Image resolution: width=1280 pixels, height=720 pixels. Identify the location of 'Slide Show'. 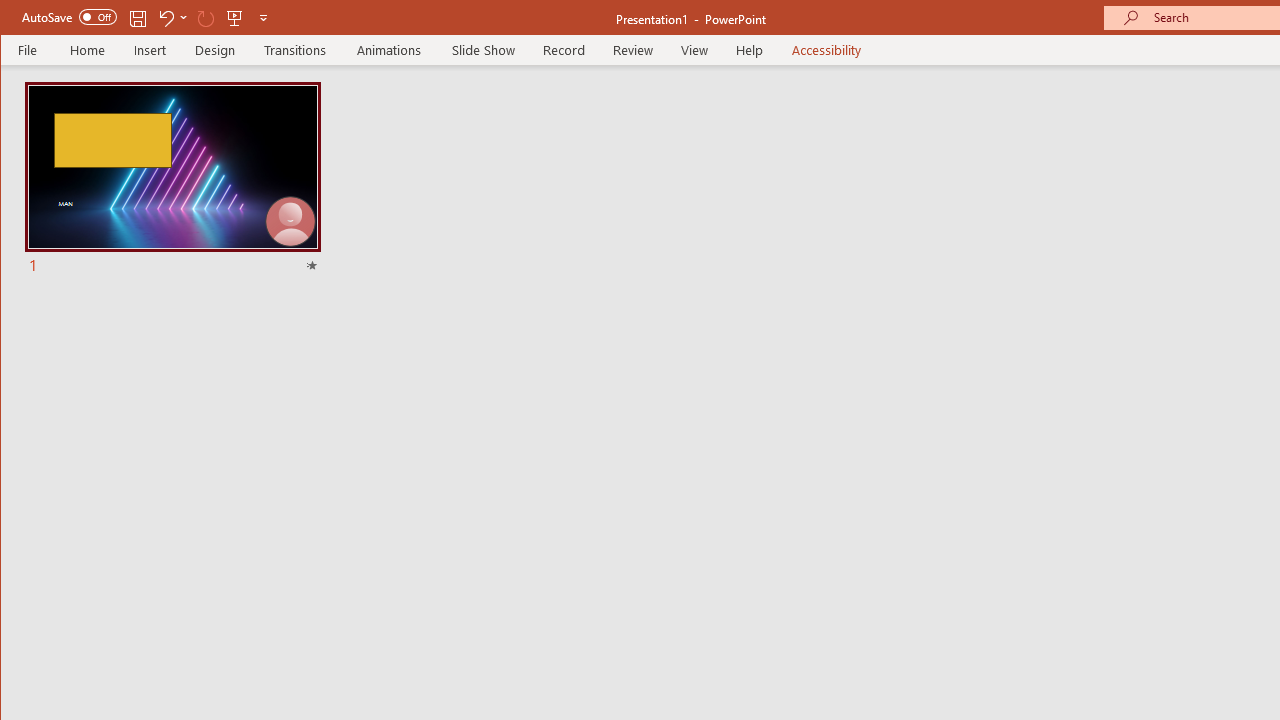
(483, 49).